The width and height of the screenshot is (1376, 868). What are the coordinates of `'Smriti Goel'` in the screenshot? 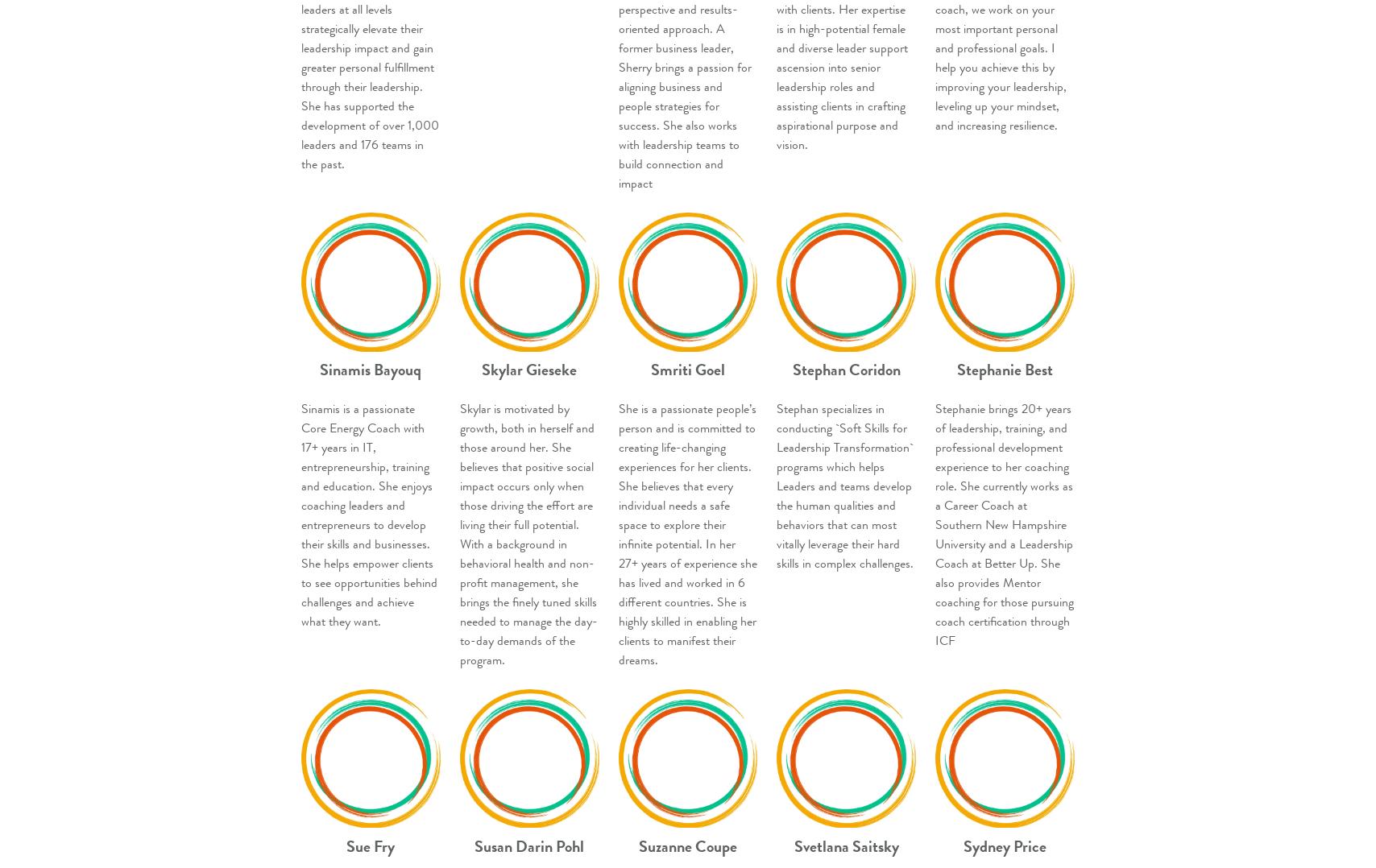 It's located at (686, 370).